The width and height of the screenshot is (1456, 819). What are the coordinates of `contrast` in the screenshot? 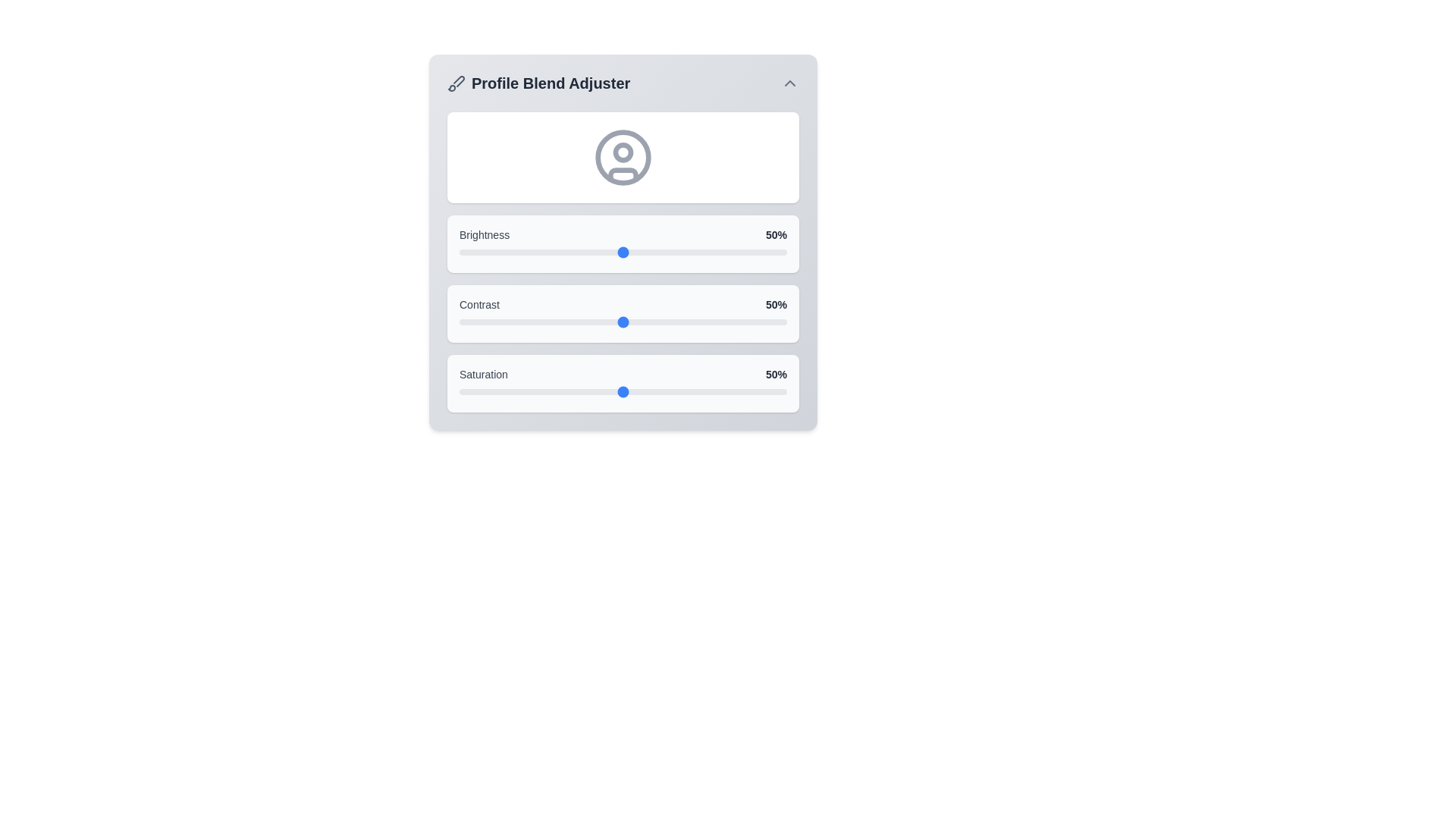 It's located at (770, 321).